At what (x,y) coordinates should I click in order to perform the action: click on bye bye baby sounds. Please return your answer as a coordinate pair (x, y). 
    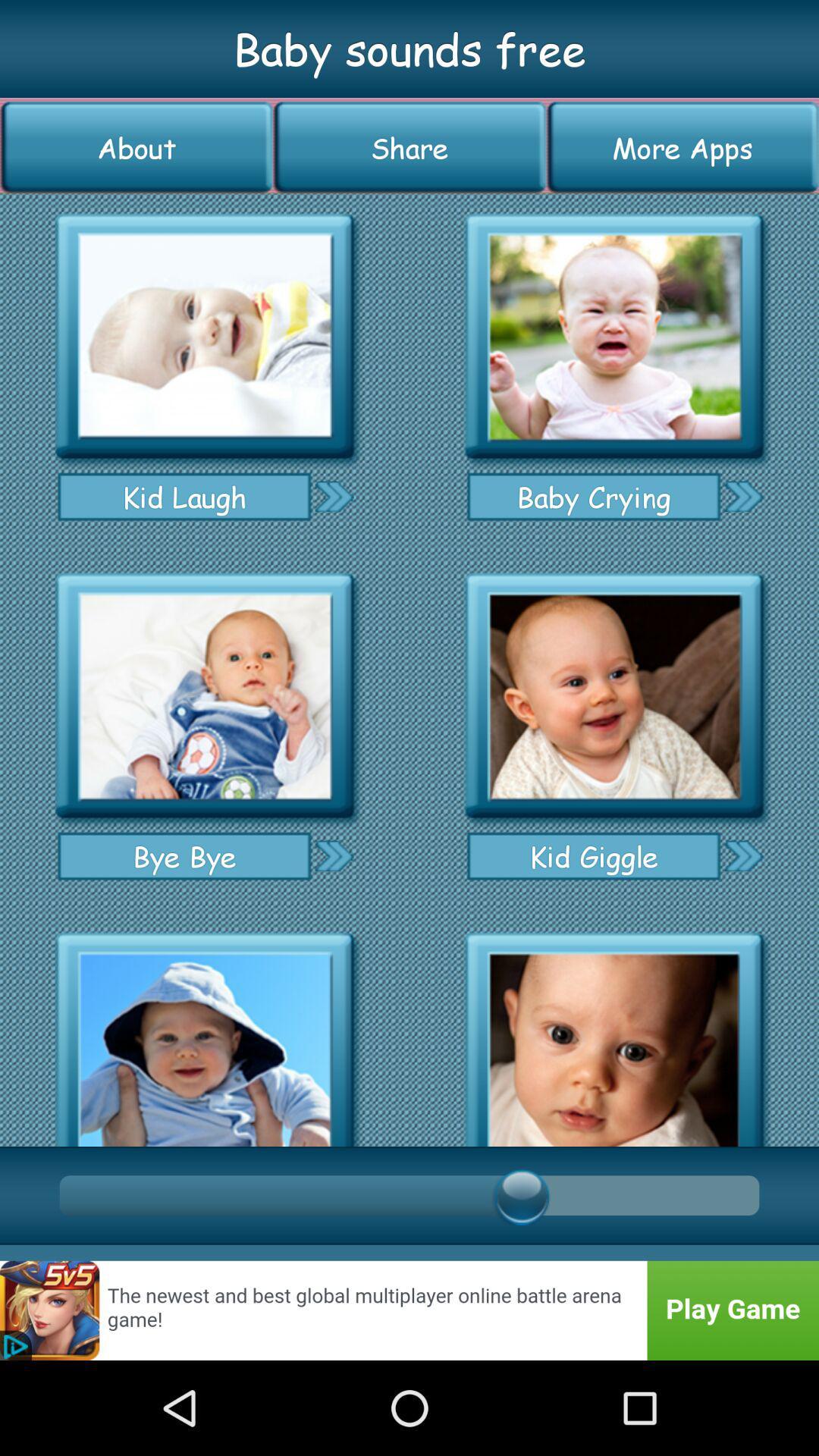
    Looking at the image, I should click on (205, 695).